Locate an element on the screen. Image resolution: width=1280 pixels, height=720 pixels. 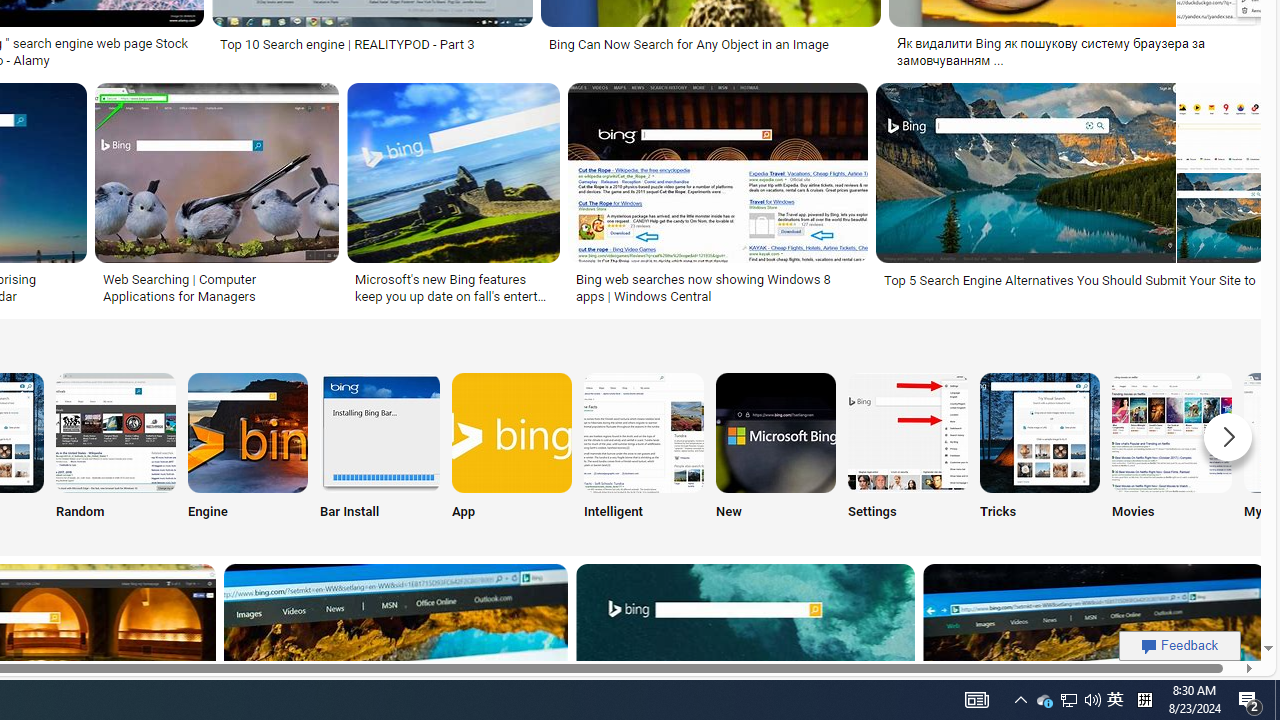
'Movies' is located at coordinates (1171, 450).